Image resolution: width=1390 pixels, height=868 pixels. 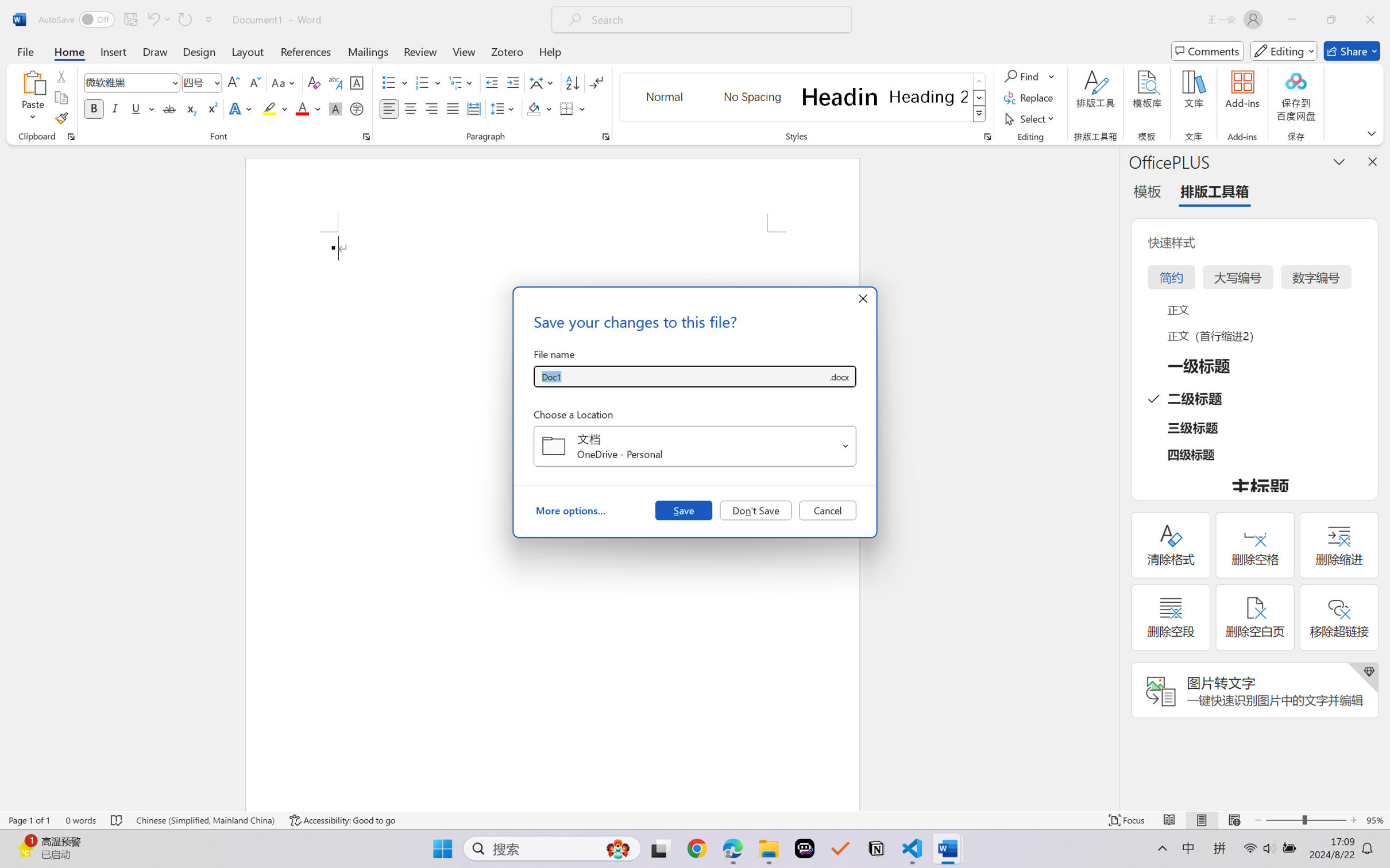 I want to click on 'Repeat Style', so click(x=184, y=19).